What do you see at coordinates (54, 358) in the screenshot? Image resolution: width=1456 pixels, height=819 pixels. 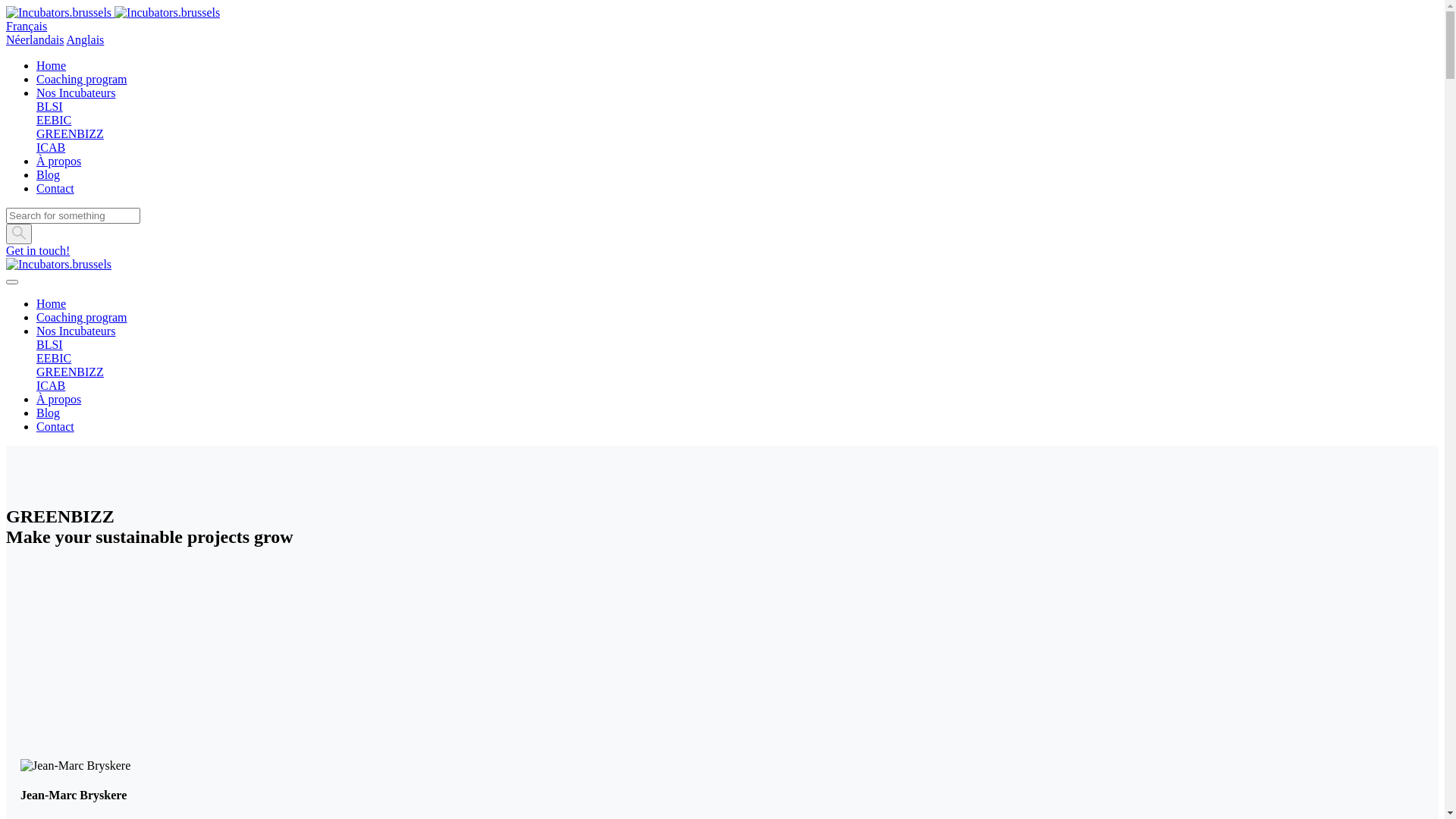 I see `'EEBIC'` at bounding box center [54, 358].